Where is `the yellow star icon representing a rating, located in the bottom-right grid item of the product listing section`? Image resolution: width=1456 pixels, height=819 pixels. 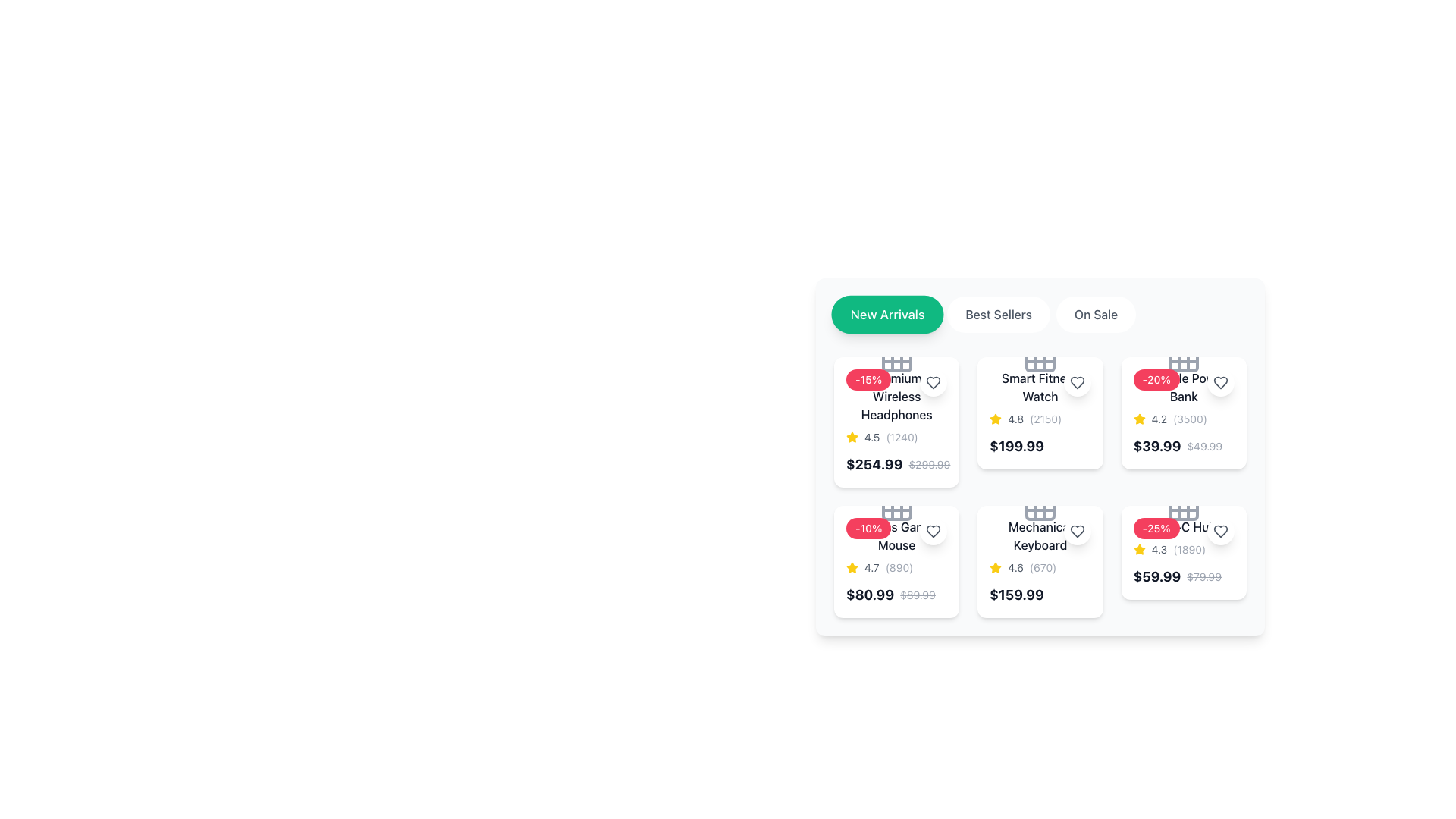
the yellow star icon representing a rating, located in the bottom-right grid item of the product listing section is located at coordinates (1139, 550).